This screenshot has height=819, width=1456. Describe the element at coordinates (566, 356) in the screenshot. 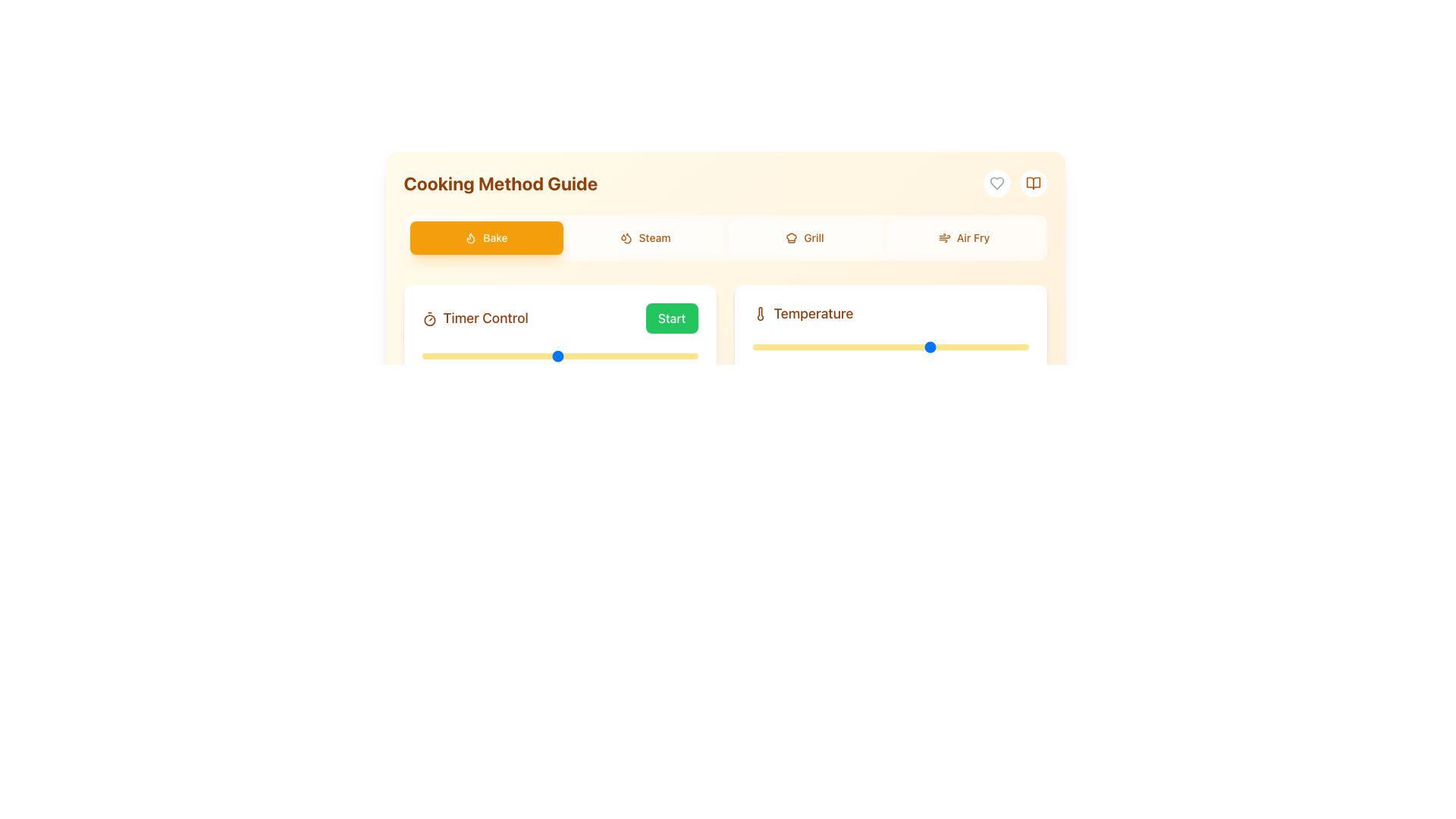

I see `timer` at that location.